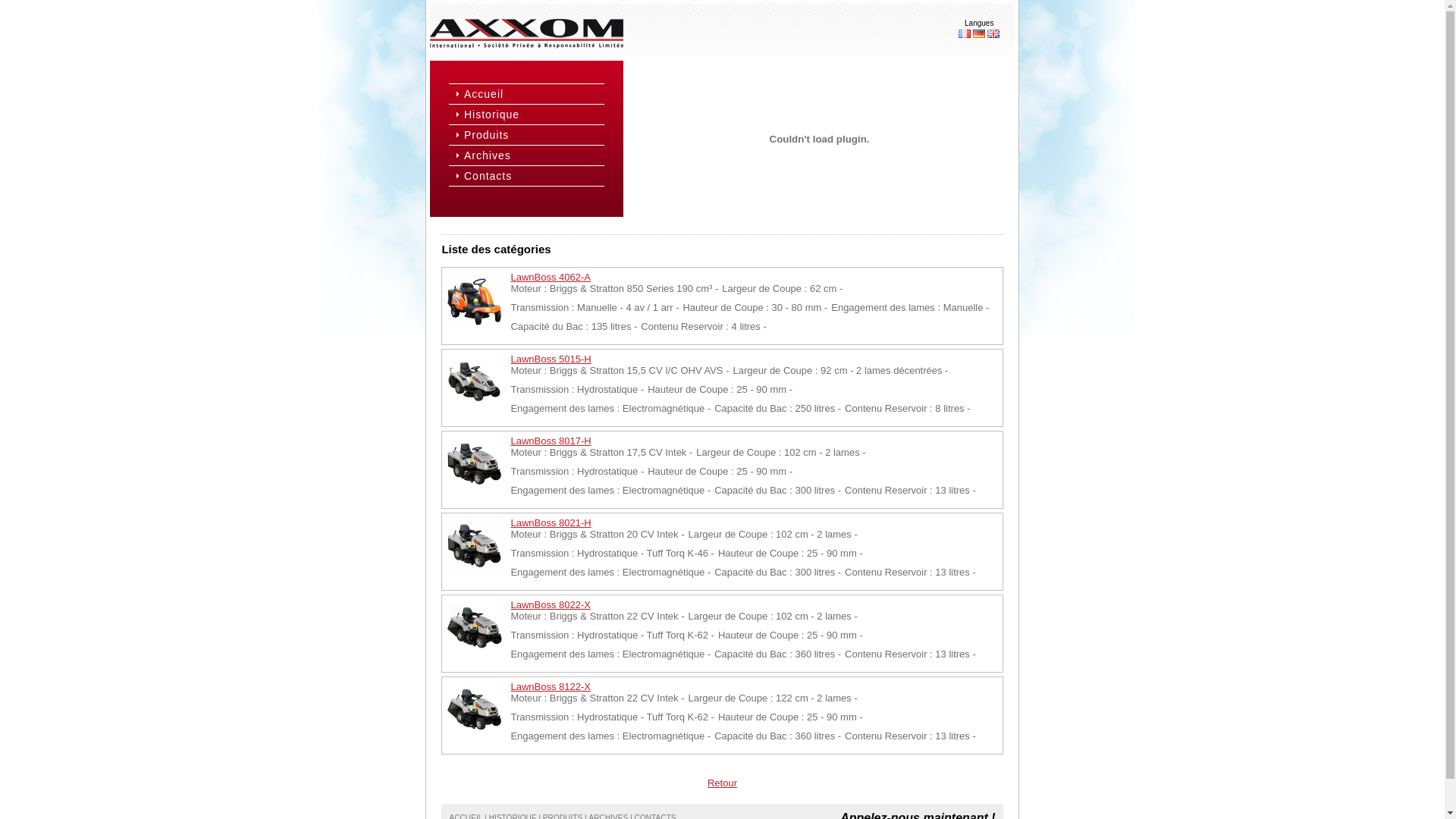 The height and width of the screenshot is (819, 1456). What do you see at coordinates (549, 522) in the screenshot?
I see `'LawnBoss 8021-H'` at bounding box center [549, 522].